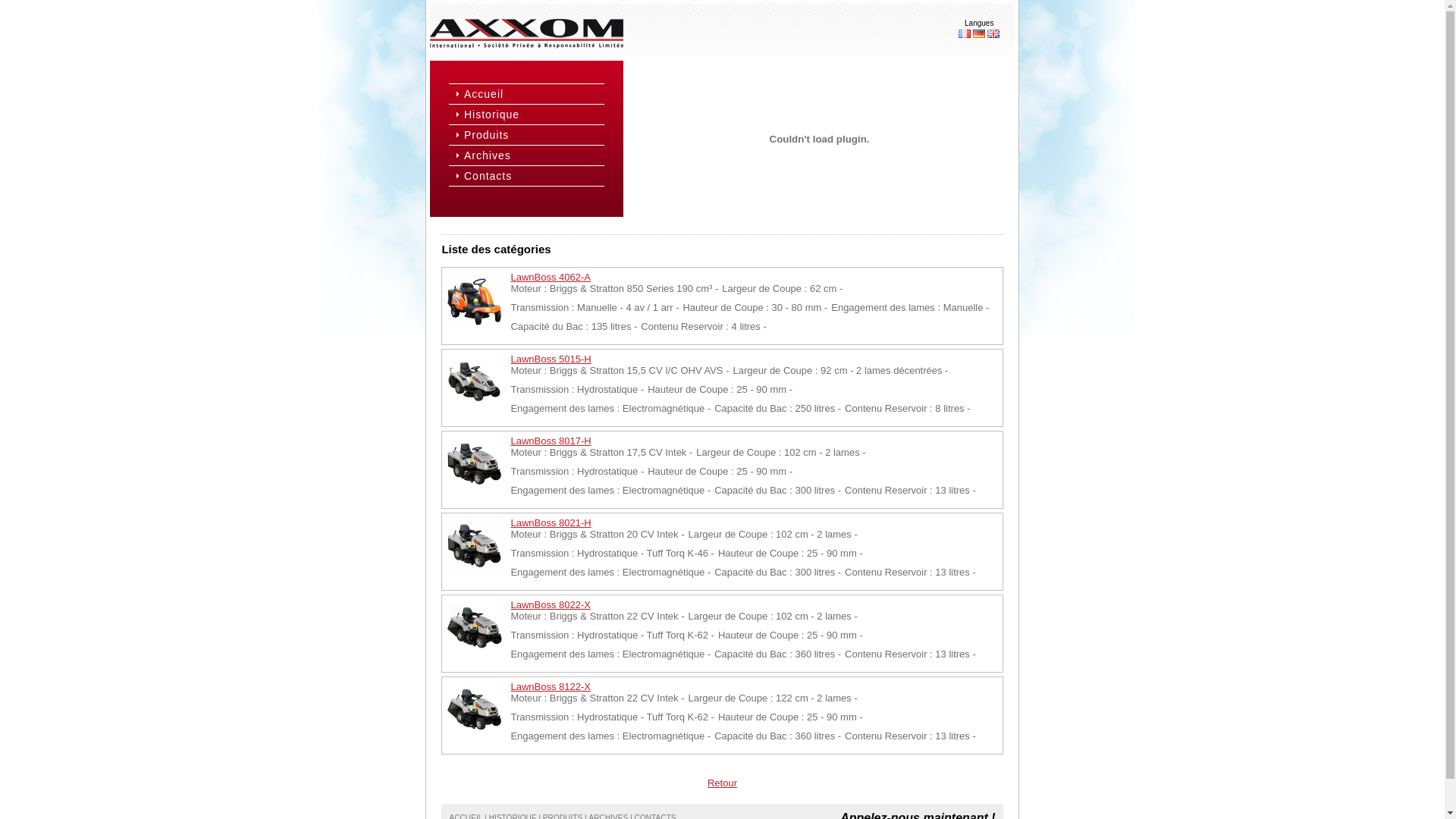 The height and width of the screenshot is (819, 1456). What do you see at coordinates (549, 522) in the screenshot?
I see `'LawnBoss 8021-H'` at bounding box center [549, 522].